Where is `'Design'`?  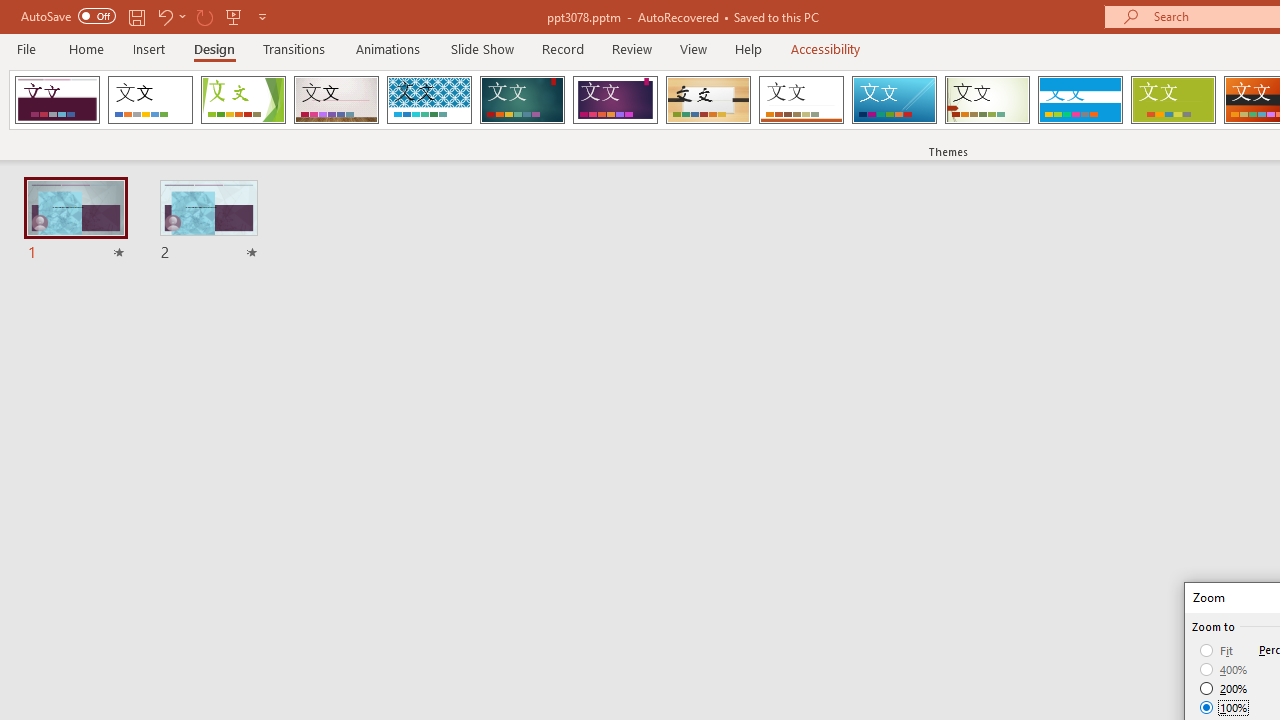 'Design' is located at coordinates (214, 48).